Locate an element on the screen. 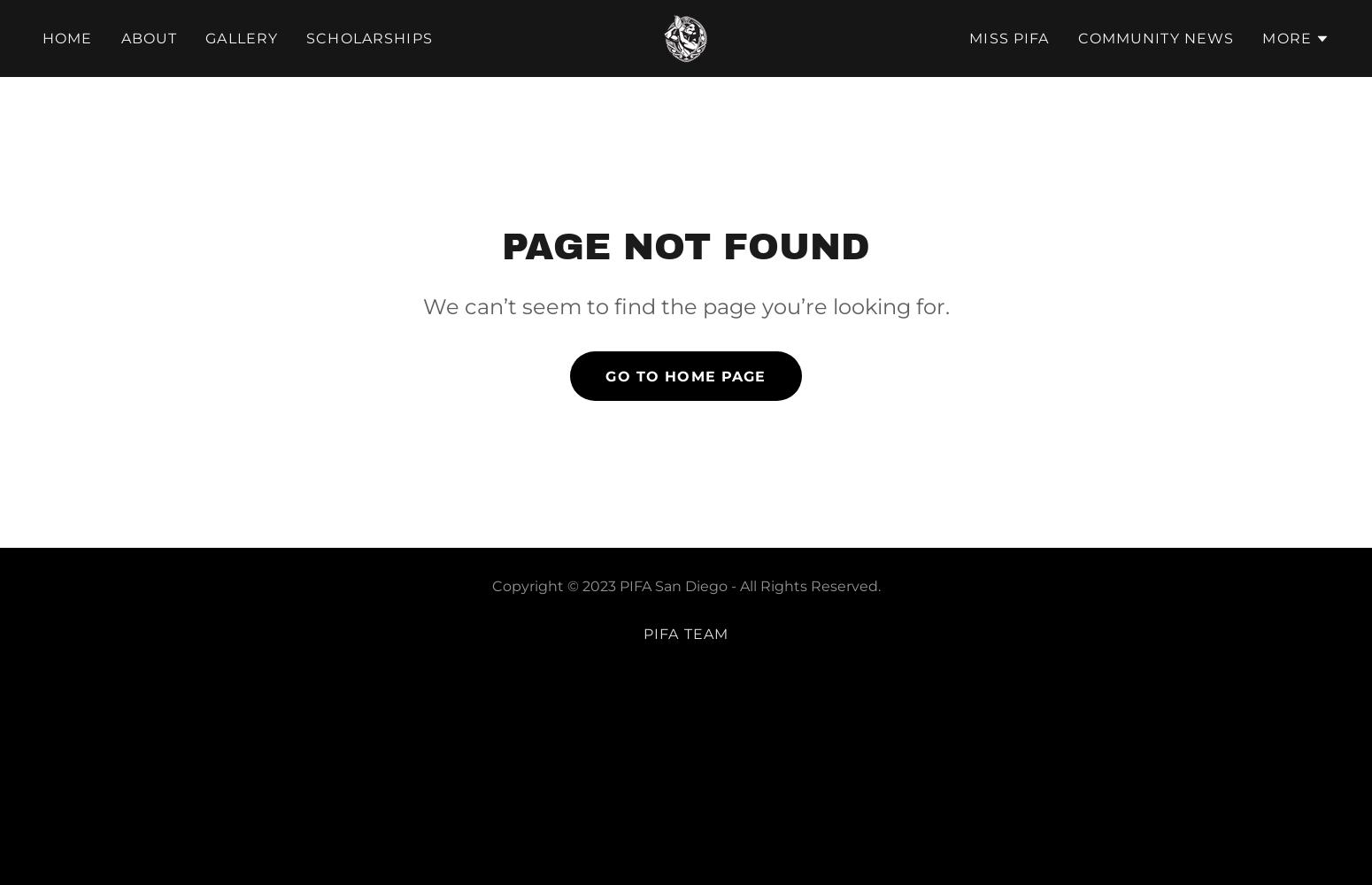  'Copyright © 2023 PIFA San Diego - All Rights Reserved.' is located at coordinates (685, 586).